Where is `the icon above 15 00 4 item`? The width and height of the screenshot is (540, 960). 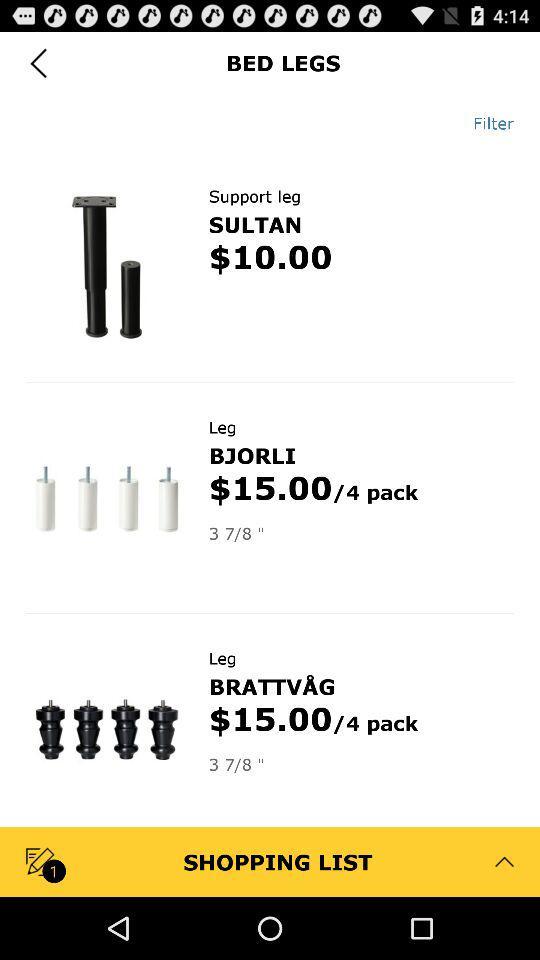
the icon above 15 00 4 item is located at coordinates (271, 686).